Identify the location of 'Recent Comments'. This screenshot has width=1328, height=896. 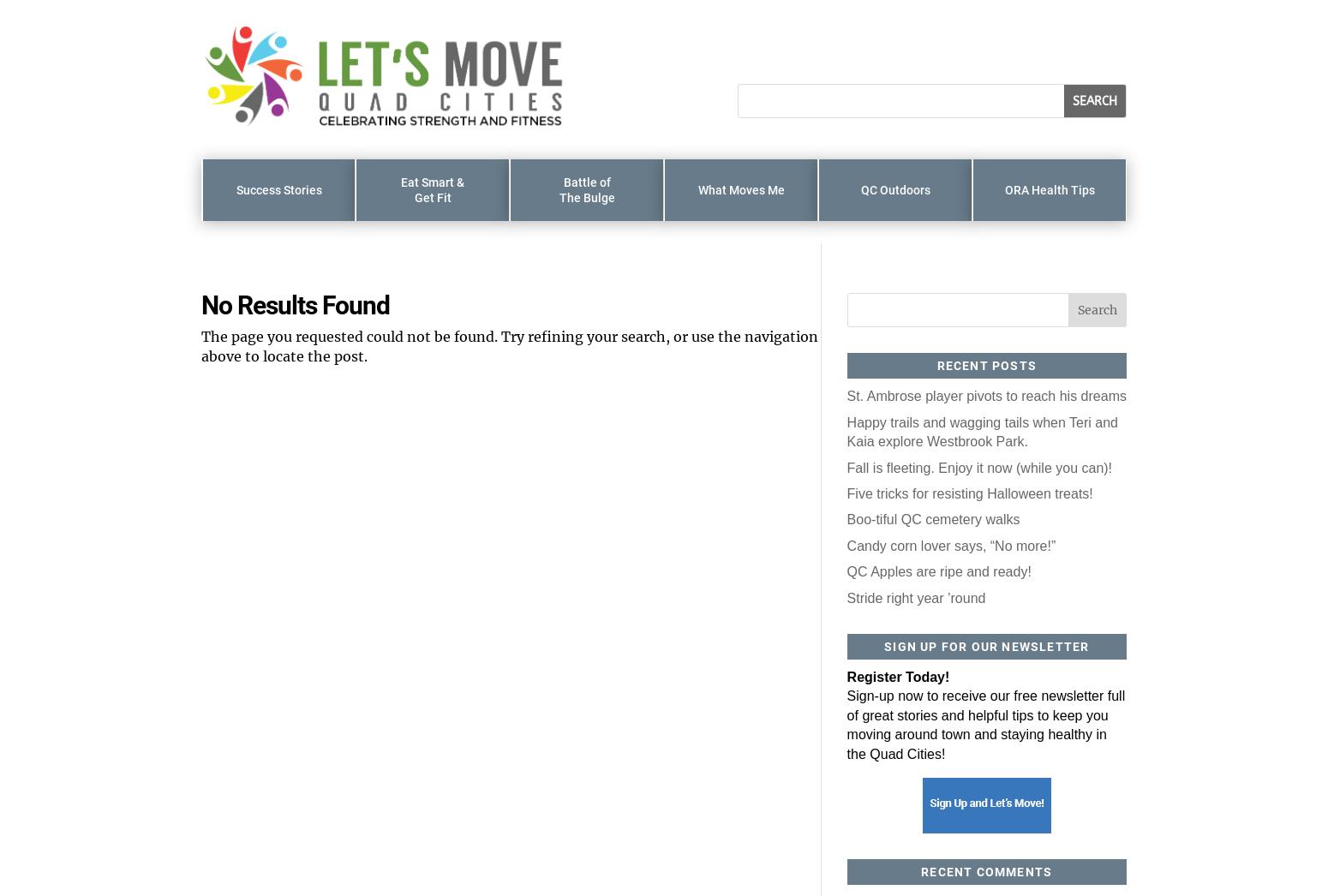
(985, 871).